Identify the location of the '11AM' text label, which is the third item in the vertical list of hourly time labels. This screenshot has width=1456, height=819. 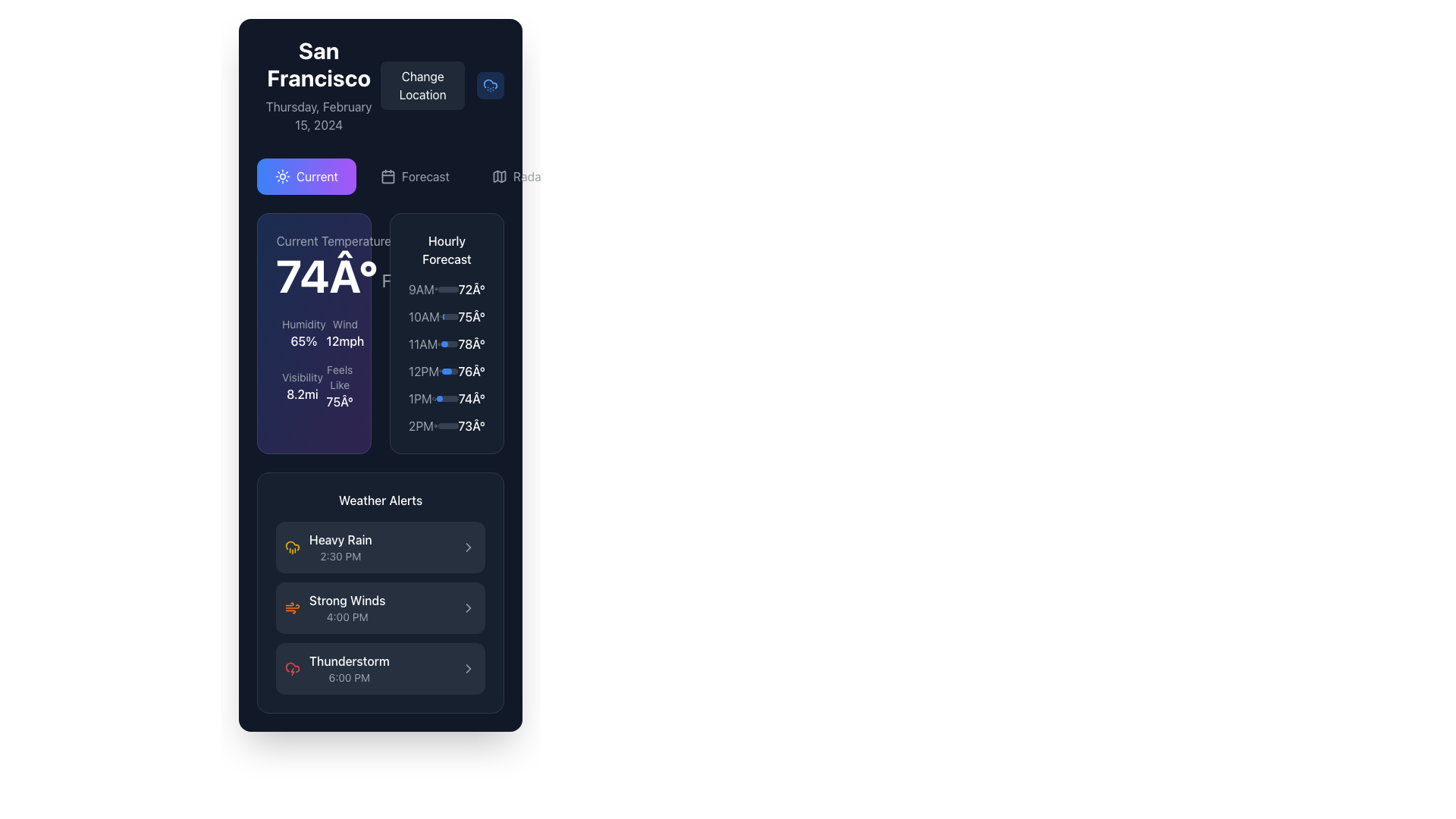
(422, 344).